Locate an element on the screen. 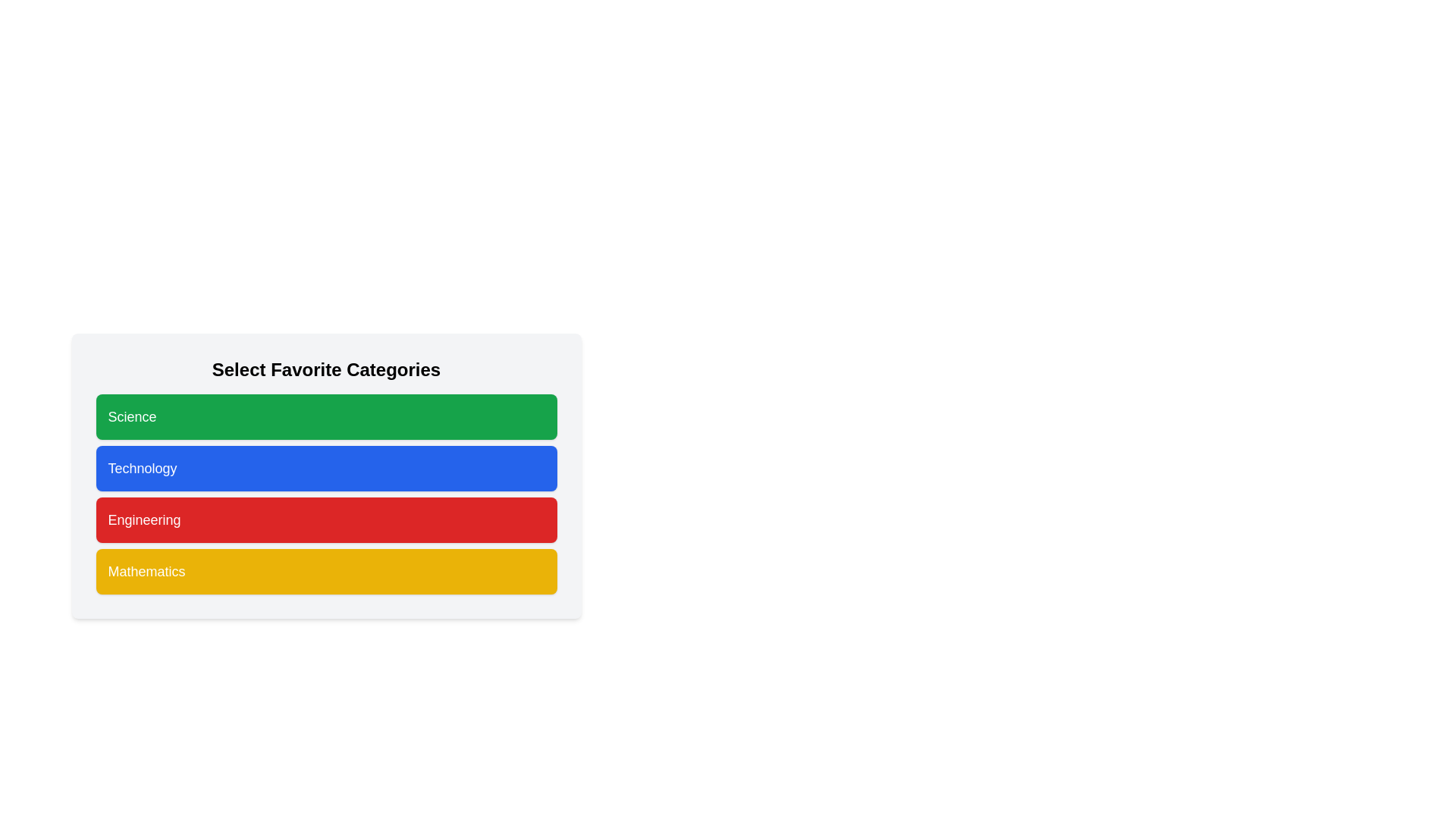 This screenshot has width=1456, height=819. the 'Engineering' button is located at coordinates (325, 519).